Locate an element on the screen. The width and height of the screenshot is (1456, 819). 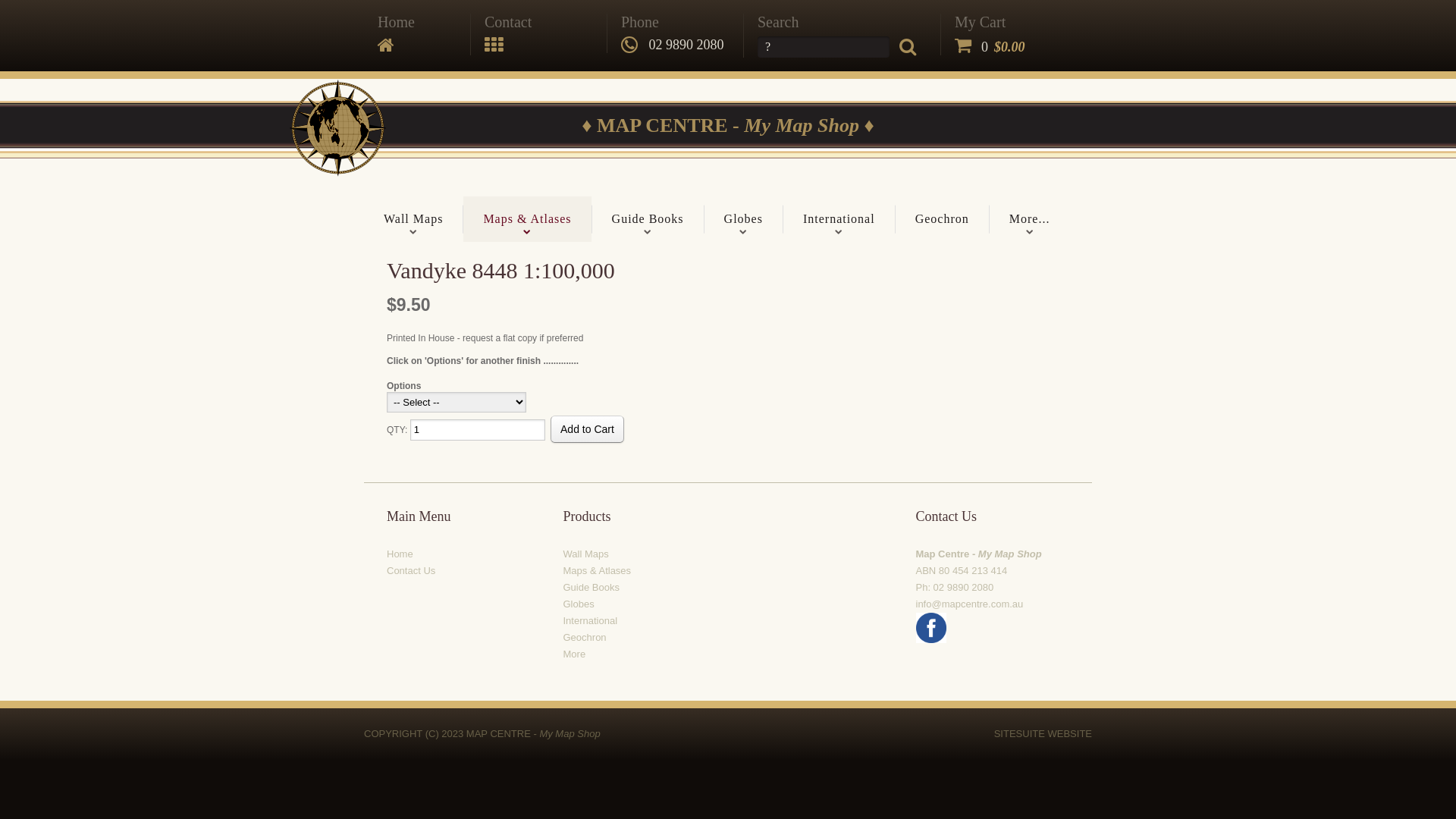
'Phone' is located at coordinates (640, 22).